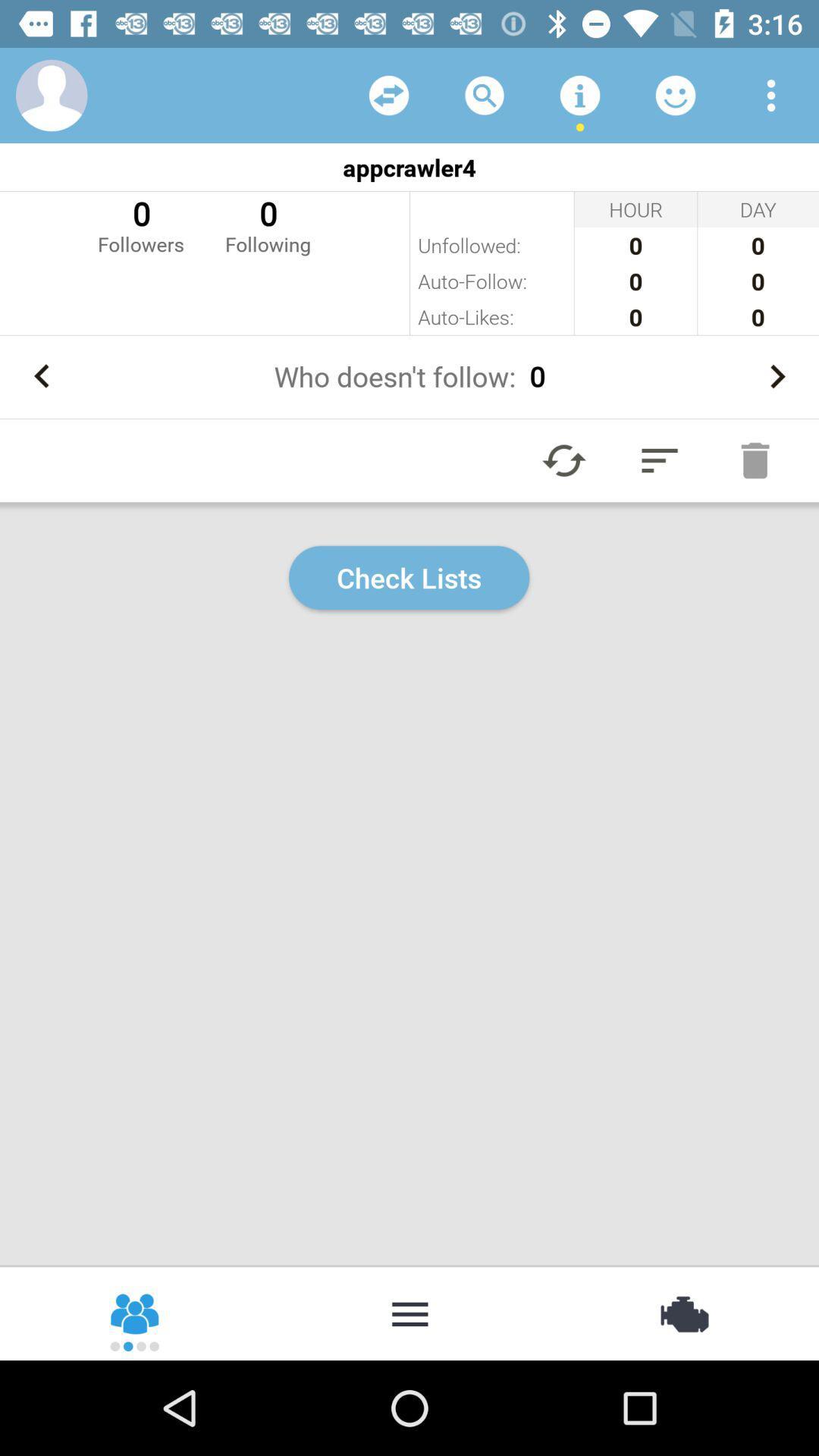 Image resolution: width=819 pixels, height=1456 pixels. What do you see at coordinates (564, 460) in the screenshot?
I see `the refresh icon` at bounding box center [564, 460].